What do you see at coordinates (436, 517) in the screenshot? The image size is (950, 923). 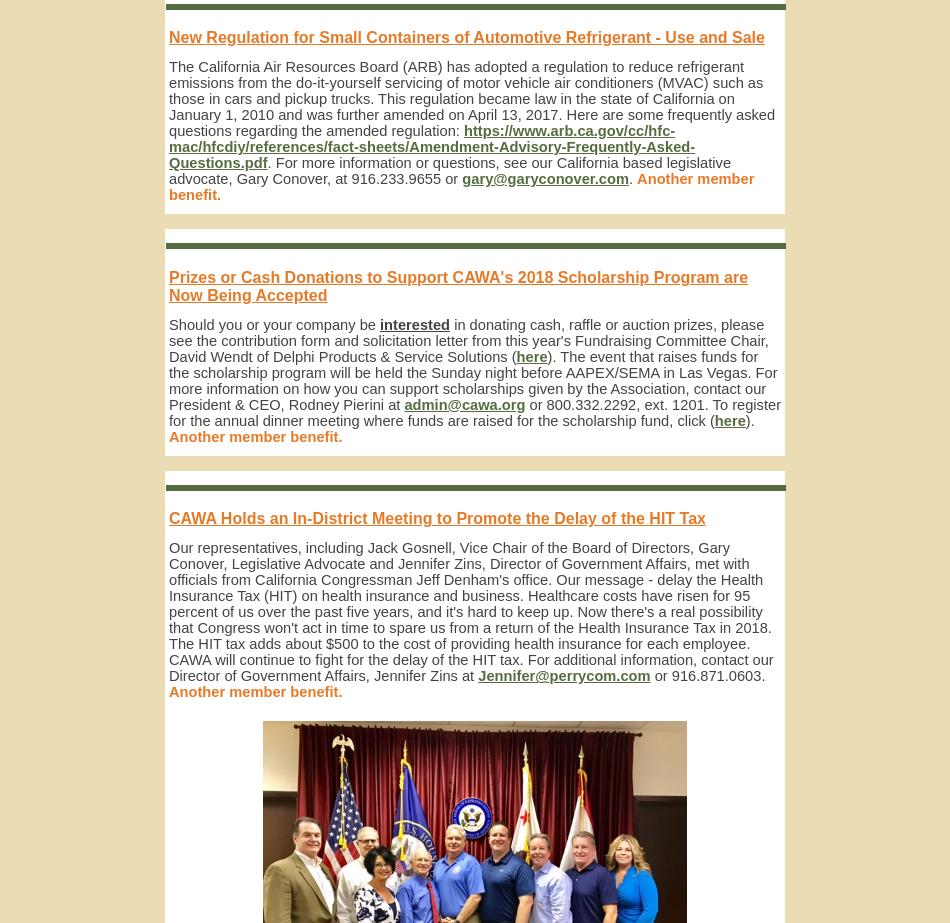 I see `'CAWA Holds an In-District Meeting to Promote the Delay of the HIT Tax'` at bounding box center [436, 517].